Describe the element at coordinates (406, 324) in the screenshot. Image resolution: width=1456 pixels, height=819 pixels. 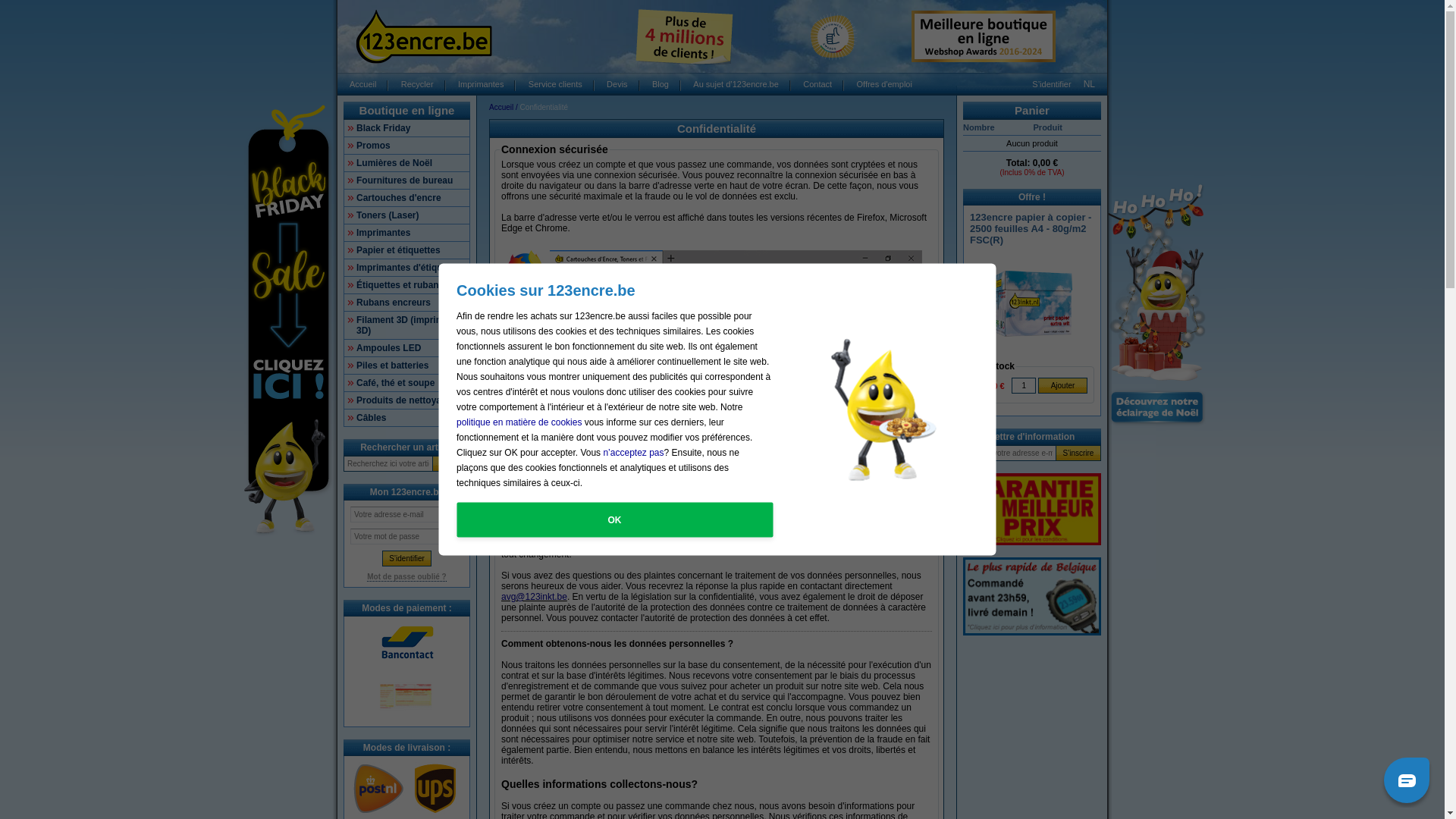
I see `'Filament 3D (imprimantes 3D)'` at that location.